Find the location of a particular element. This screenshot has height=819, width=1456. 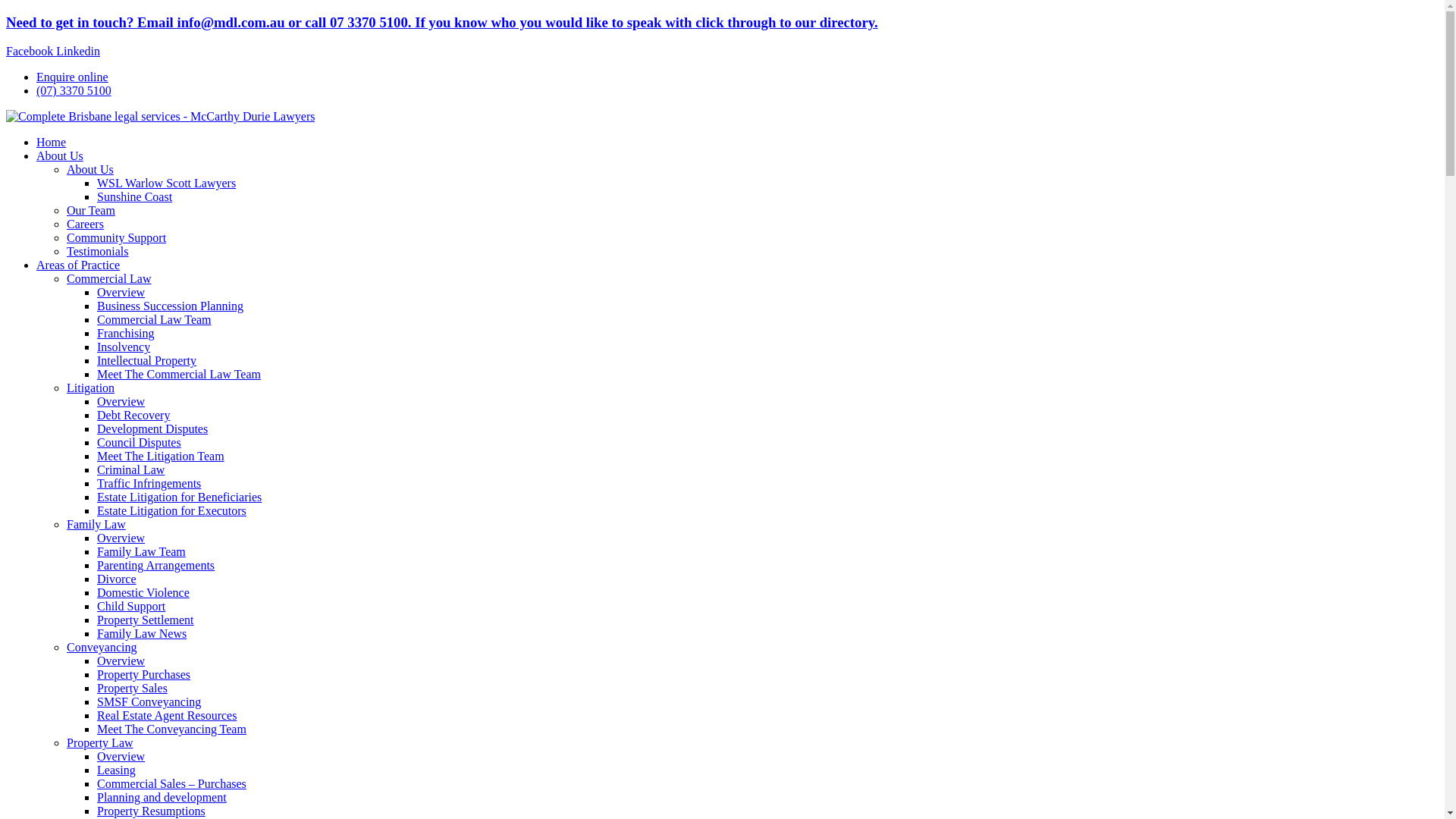

'Property Sales' is located at coordinates (96, 688).